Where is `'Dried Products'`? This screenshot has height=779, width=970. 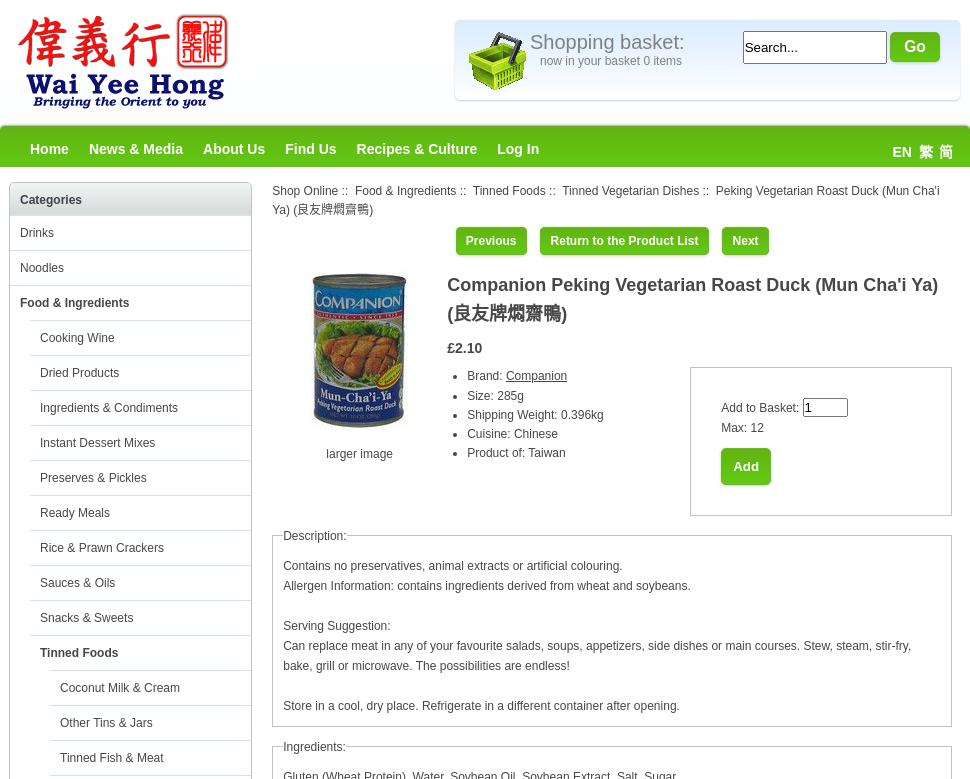 'Dried Products' is located at coordinates (78, 372).